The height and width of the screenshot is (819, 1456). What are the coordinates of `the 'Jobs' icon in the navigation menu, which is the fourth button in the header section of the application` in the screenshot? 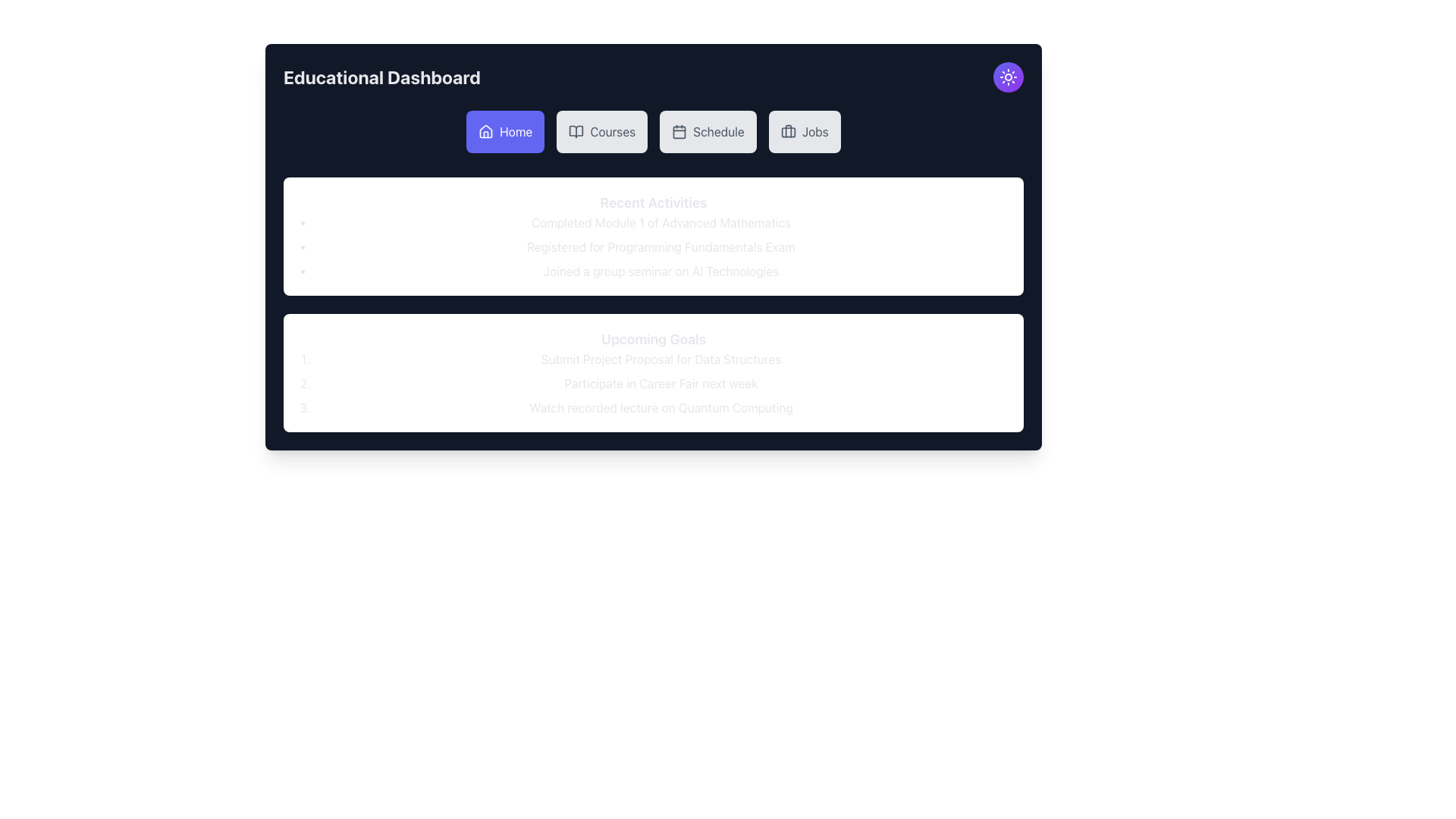 It's located at (788, 130).